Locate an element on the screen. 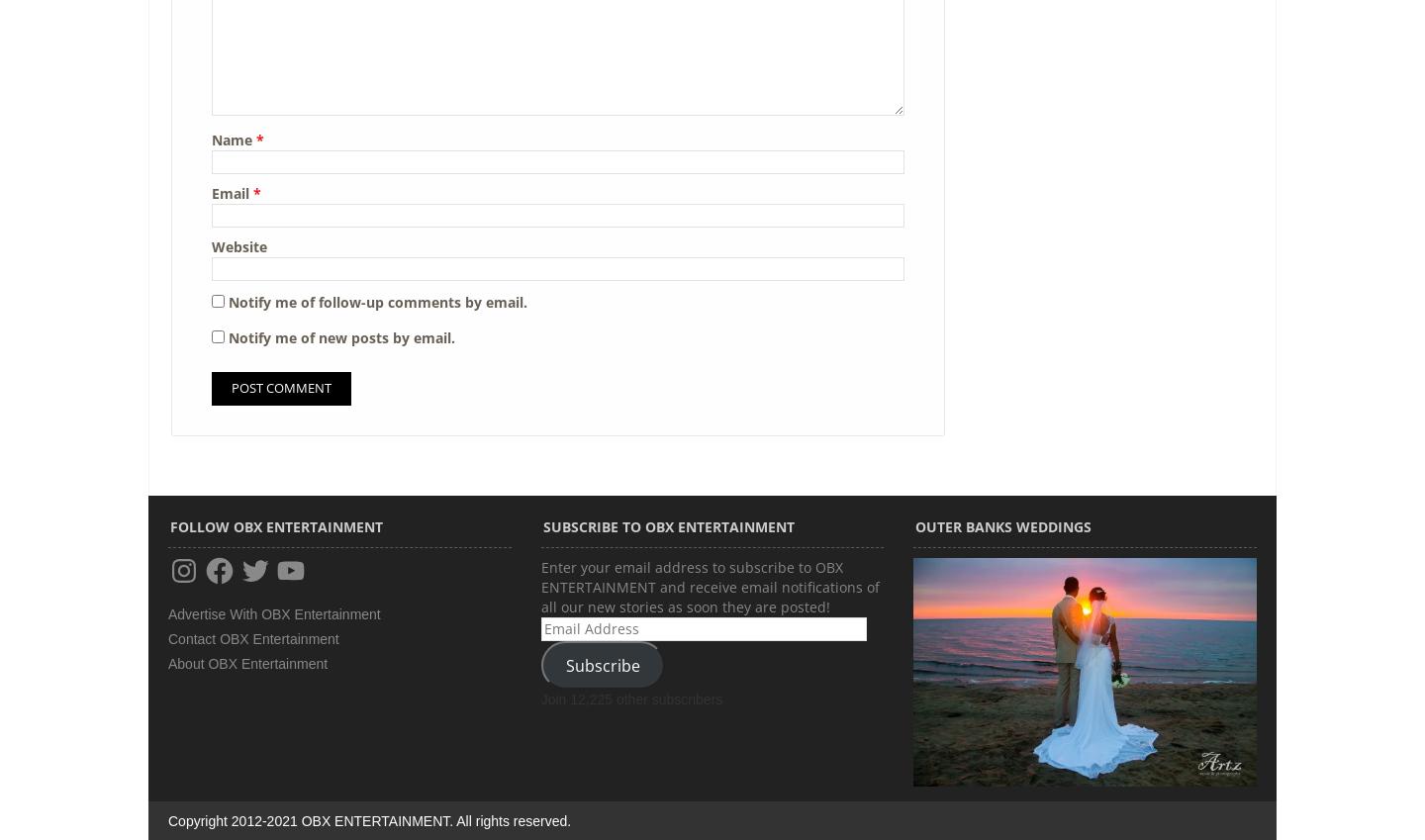 The width and height of the screenshot is (1425, 840). 'Outer Banks WEDDINGS' is located at coordinates (915, 526).